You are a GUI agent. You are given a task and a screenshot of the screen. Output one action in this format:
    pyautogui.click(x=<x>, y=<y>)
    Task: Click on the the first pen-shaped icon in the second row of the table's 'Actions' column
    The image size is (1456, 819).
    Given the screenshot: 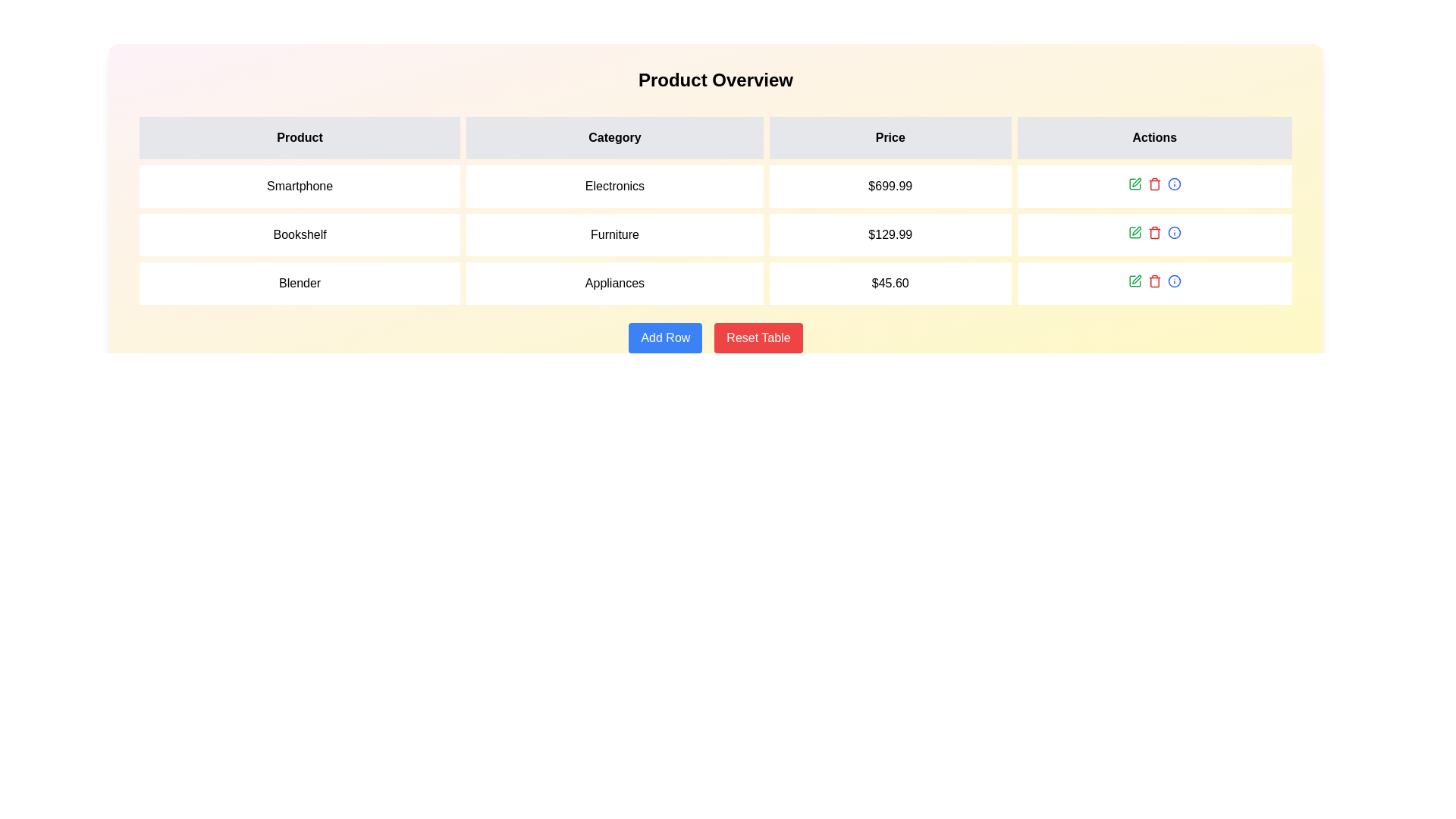 What is the action you would take?
    pyautogui.click(x=1136, y=231)
    